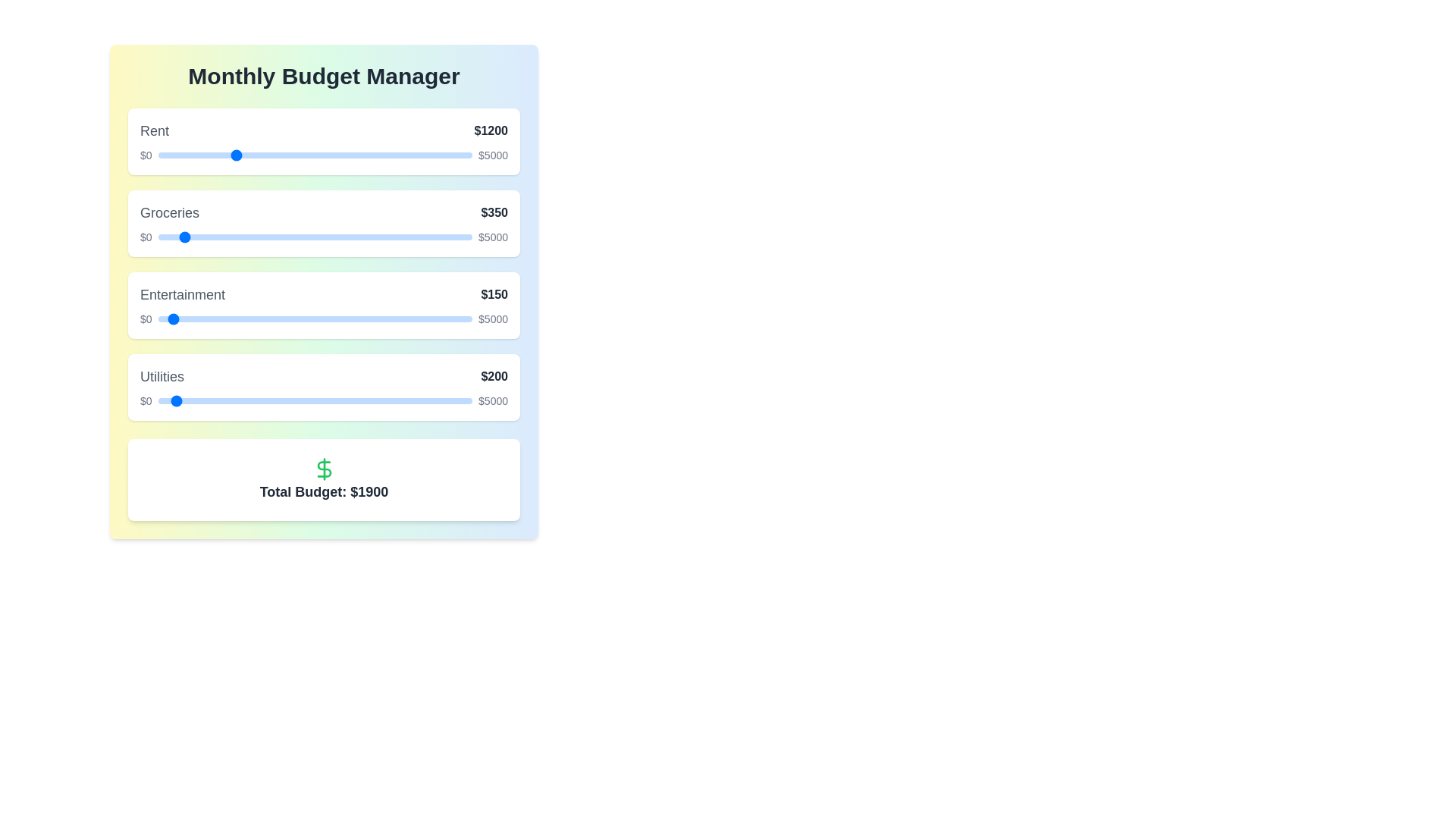 The width and height of the screenshot is (1456, 819). I want to click on the text label indicating the minimum value of the slider component for budget allocation, which displays '$0' and is located to the left of the slider bar in the 'Utilities' section, so click(146, 400).